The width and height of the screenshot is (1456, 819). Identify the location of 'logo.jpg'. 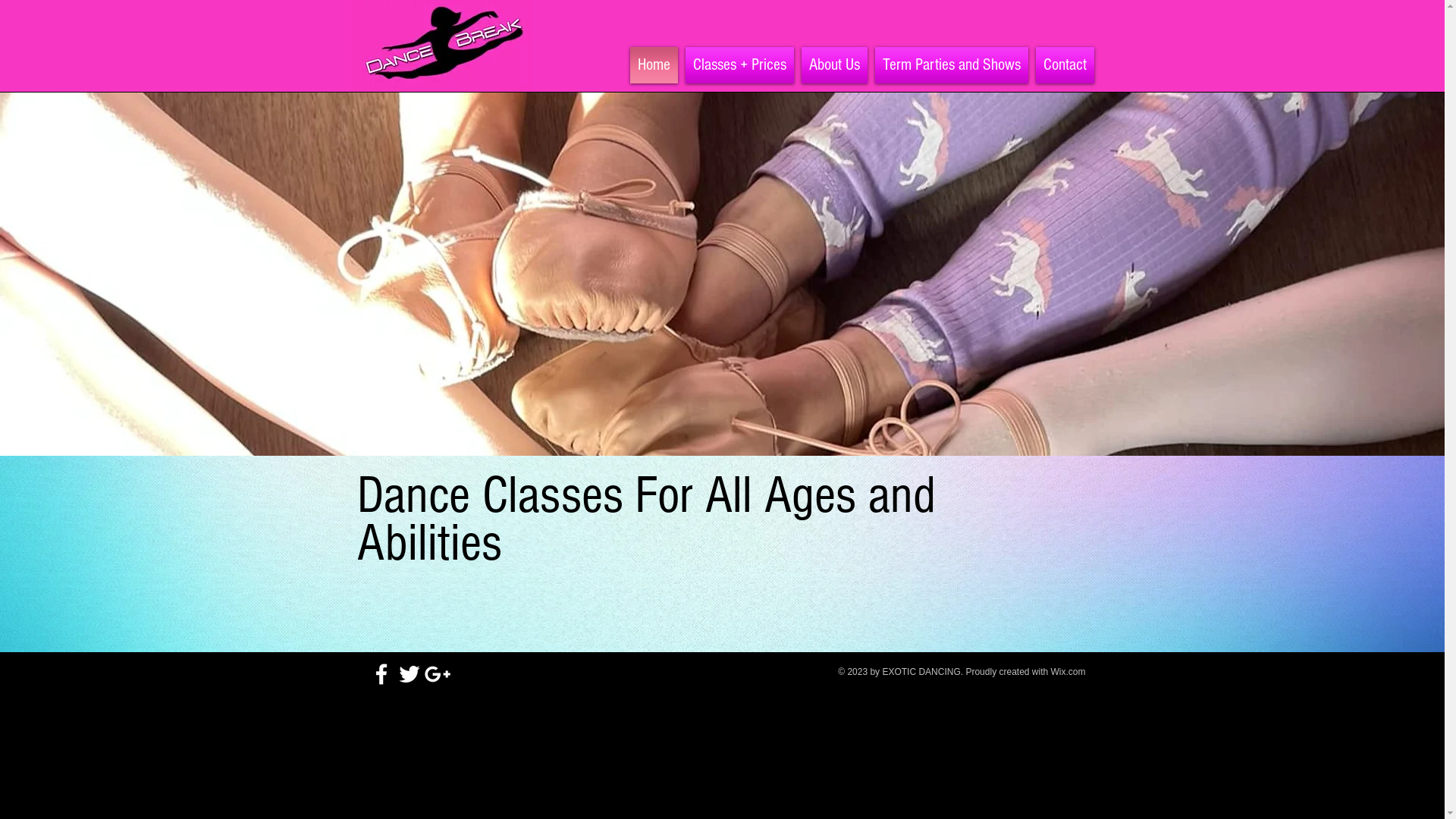
(439, 45).